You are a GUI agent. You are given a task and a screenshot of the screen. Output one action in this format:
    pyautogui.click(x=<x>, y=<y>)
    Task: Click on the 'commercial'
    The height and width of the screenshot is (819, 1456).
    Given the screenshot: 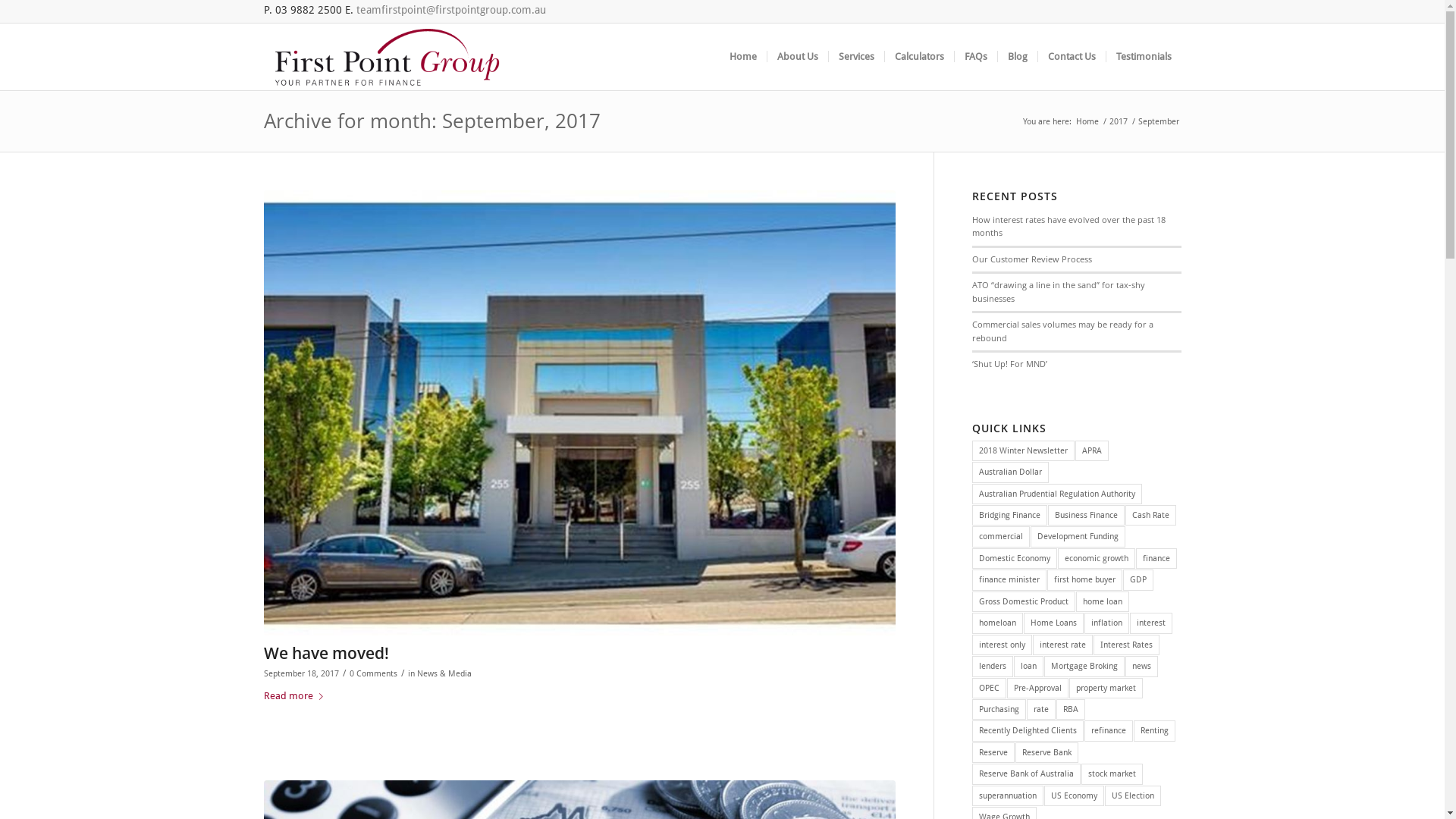 What is the action you would take?
    pyautogui.click(x=1001, y=535)
    